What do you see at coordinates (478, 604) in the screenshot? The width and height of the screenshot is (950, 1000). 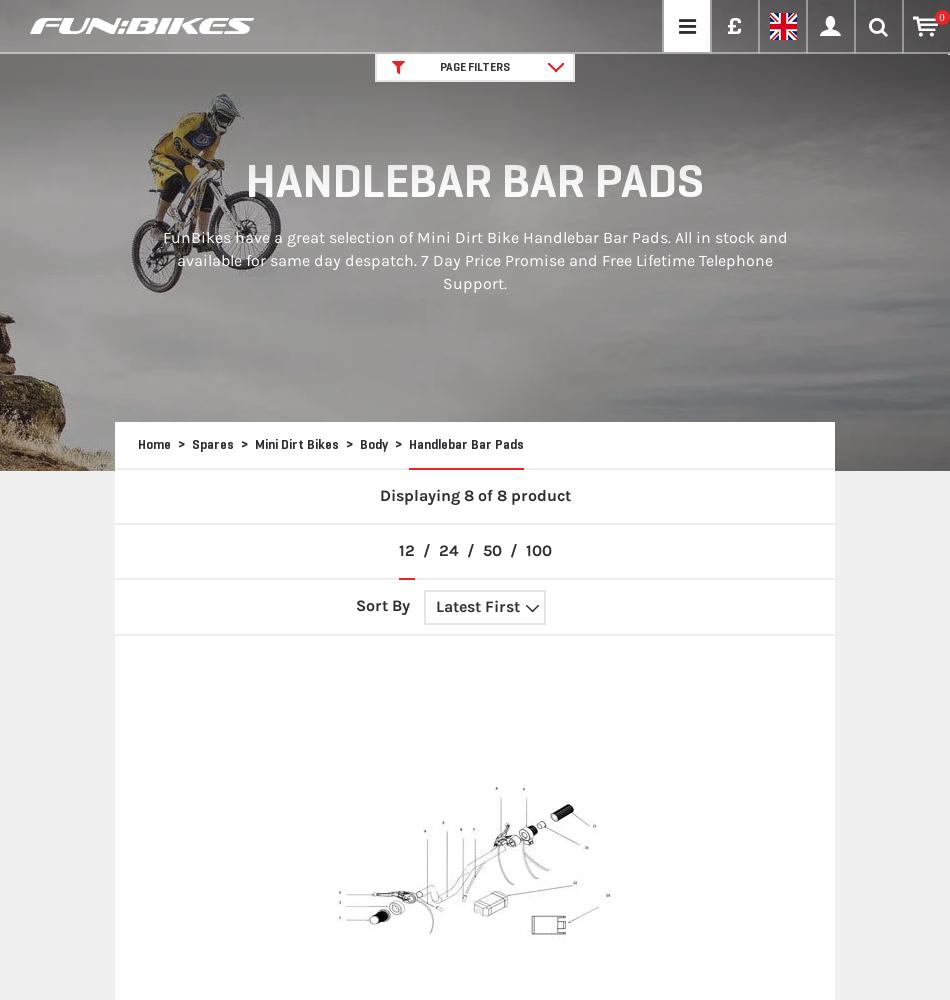 I see `'Latest First'` at bounding box center [478, 604].